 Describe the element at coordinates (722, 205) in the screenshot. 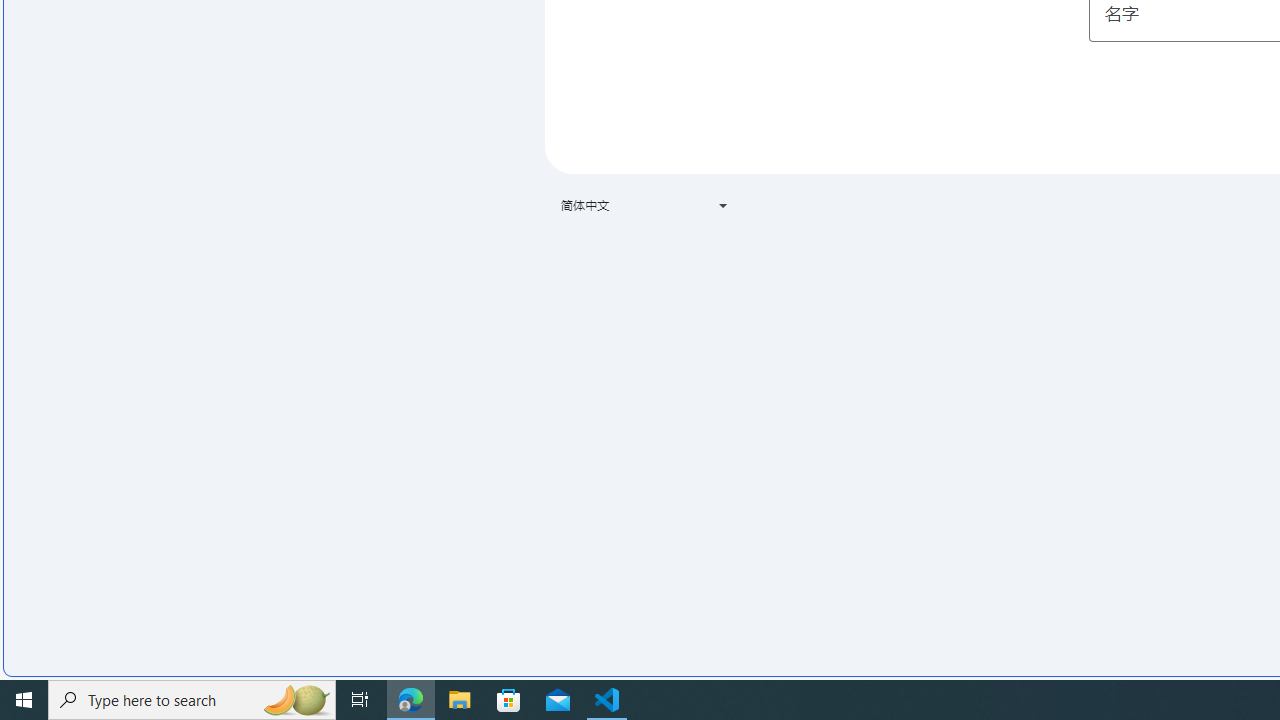

I see `'Class: VfPpkd-t08AT-Bz112c-Bd00G'` at that location.